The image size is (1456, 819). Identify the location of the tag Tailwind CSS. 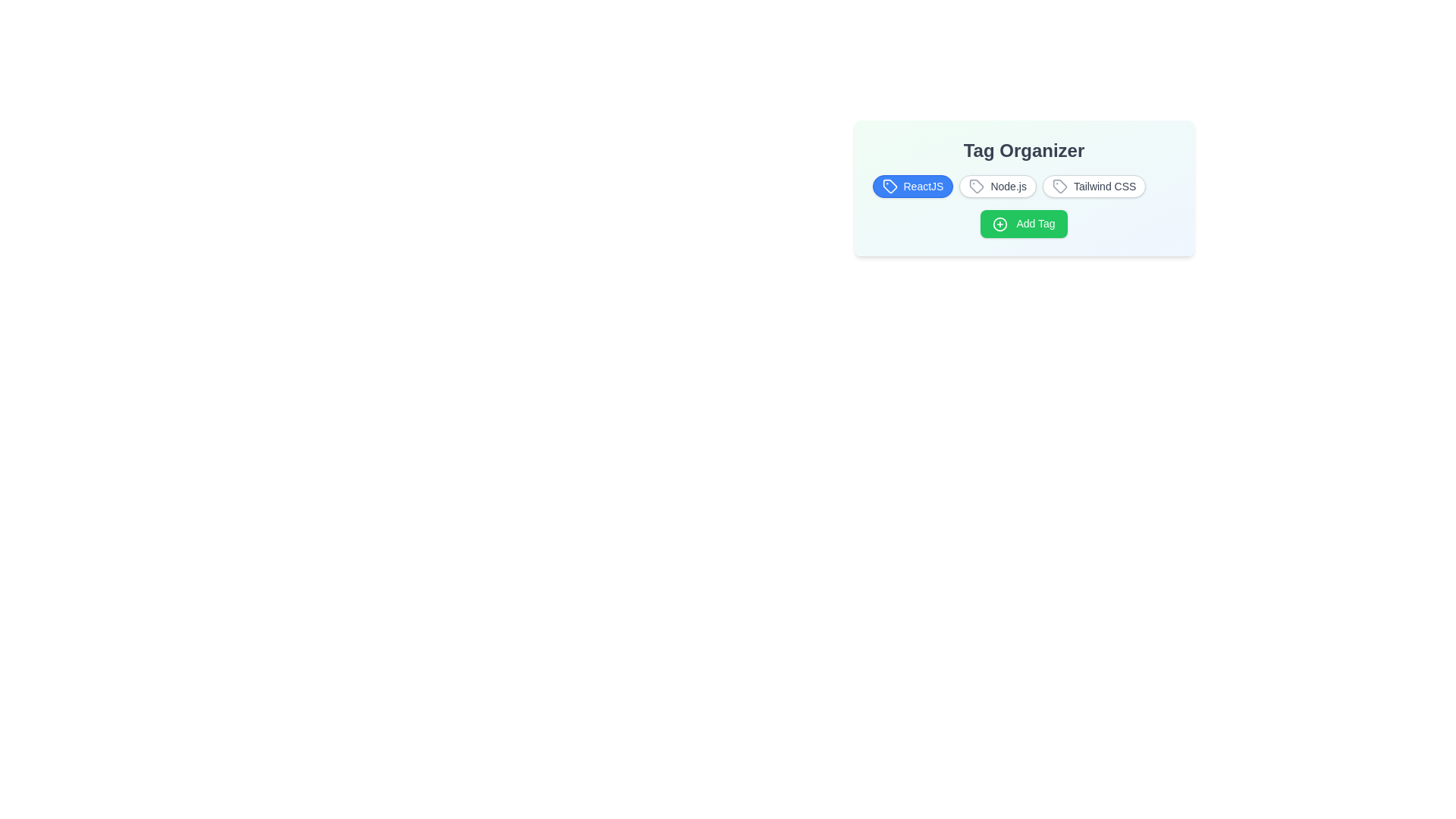
(1094, 186).